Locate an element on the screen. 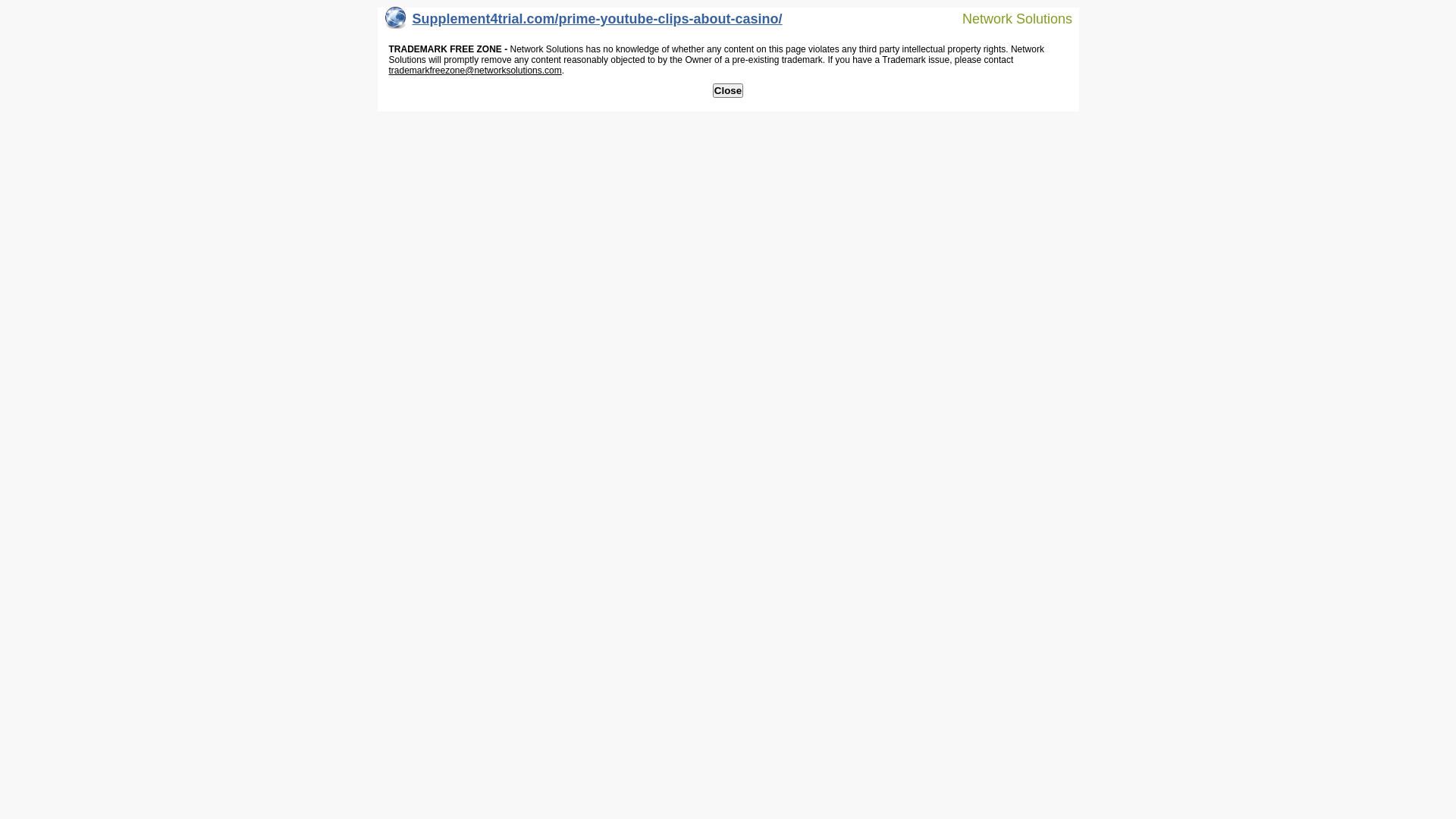 The height and width of the screenshot is (819, 1456). 'trademarkfreezone@networksolutions.com' is located at coordinates (473, 70).